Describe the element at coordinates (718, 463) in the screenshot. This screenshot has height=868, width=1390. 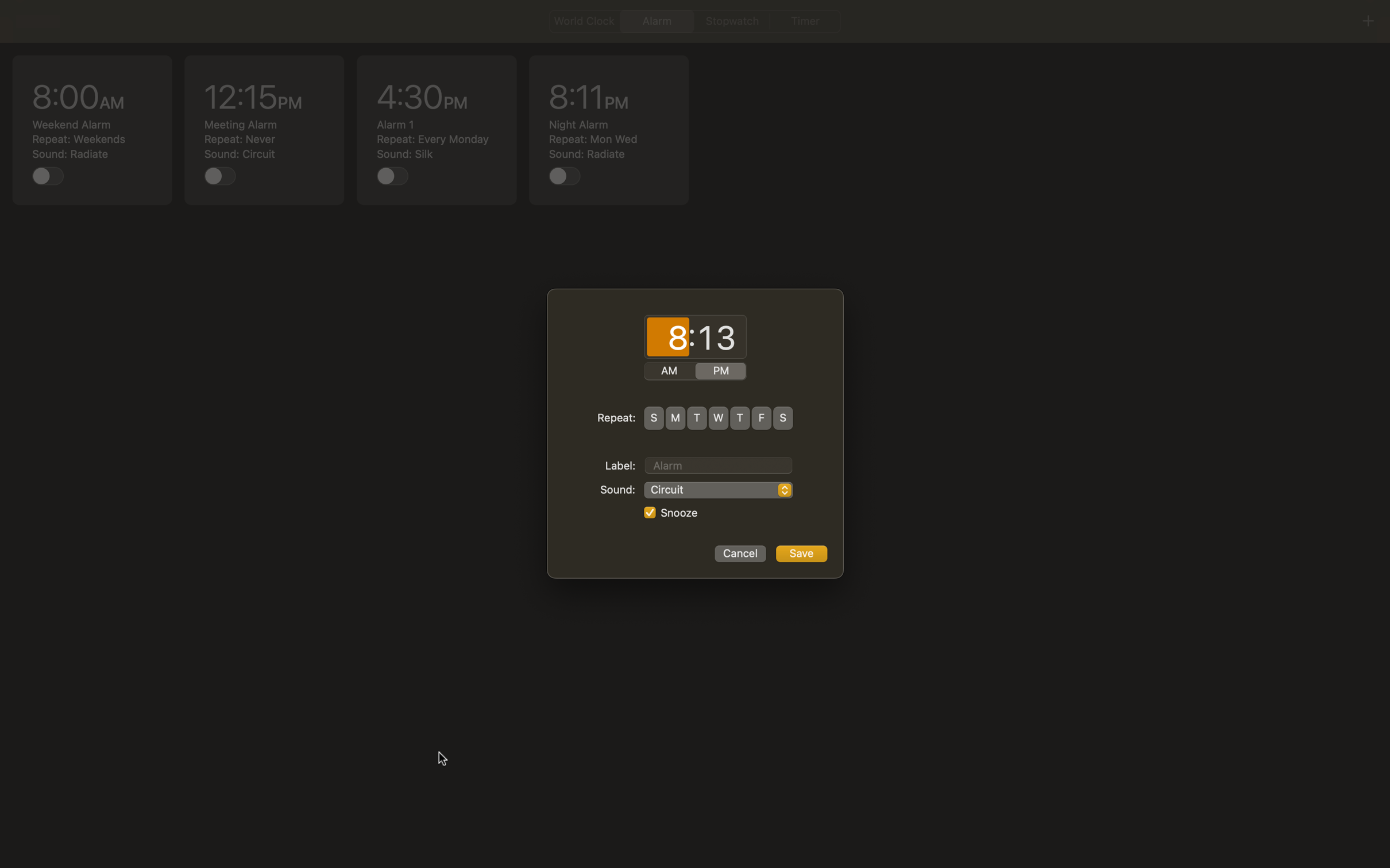
I see `Assign the alarm with the title "Lazy Day` at that location.